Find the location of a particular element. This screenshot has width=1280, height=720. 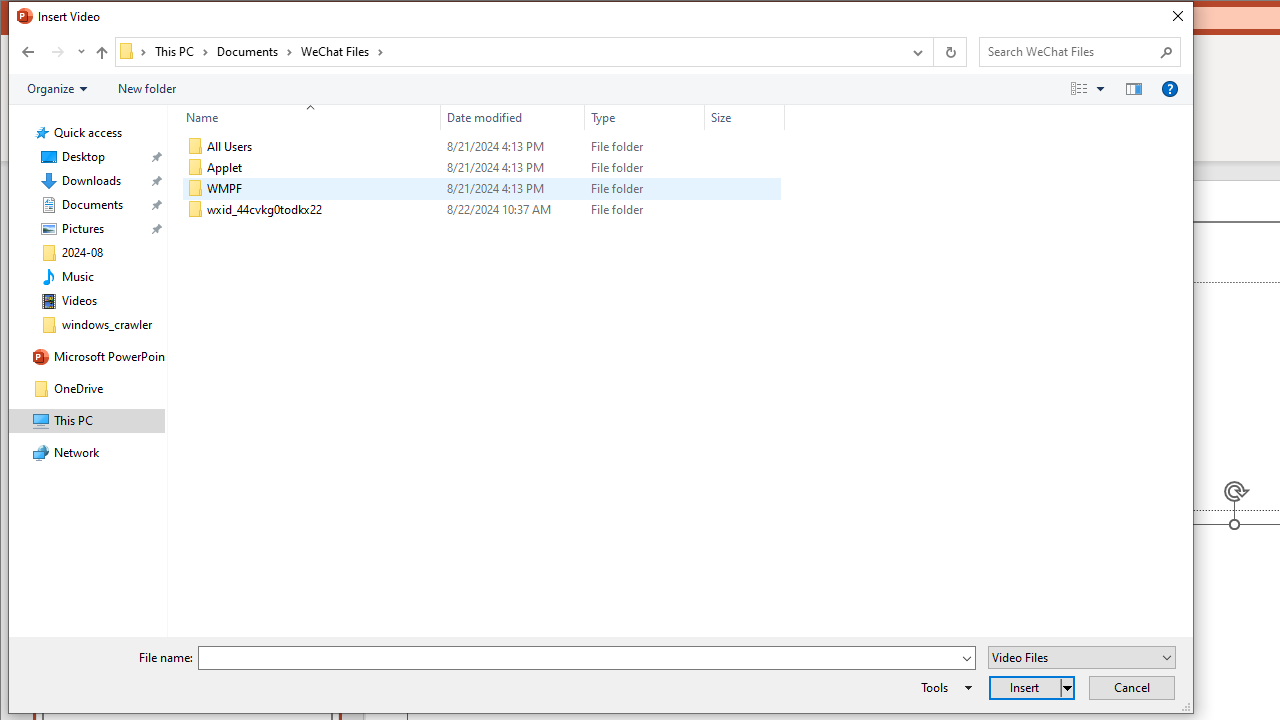

'Up band toolbar' is located at coordinates (100, 54).